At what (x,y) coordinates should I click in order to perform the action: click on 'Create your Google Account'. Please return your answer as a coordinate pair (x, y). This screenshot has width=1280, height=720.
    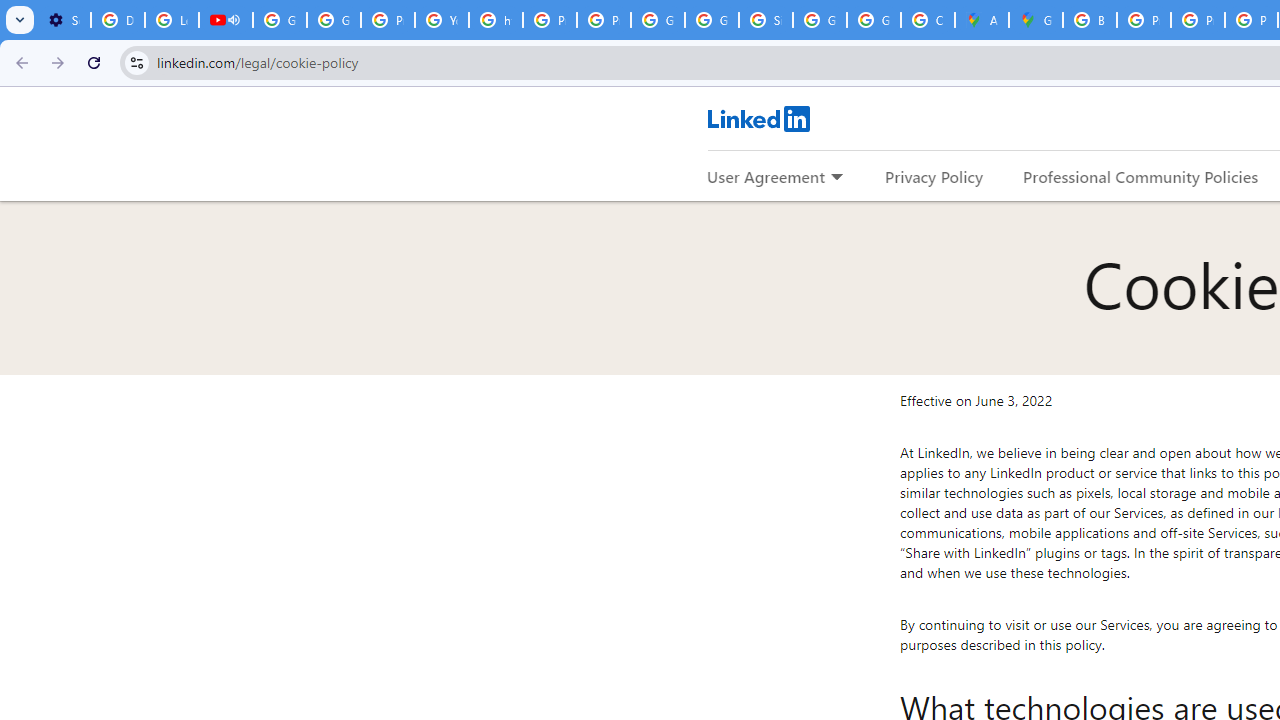
    Looking at the image, I should click on (927, 20).